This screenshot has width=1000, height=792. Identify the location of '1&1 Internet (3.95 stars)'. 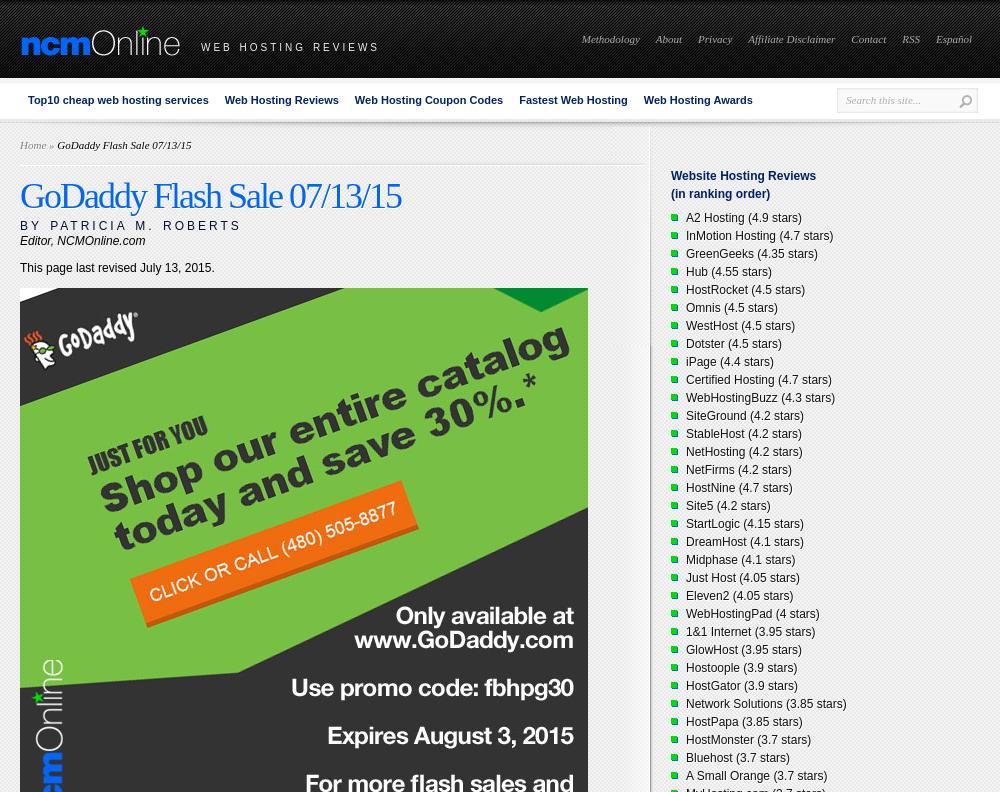
(750, 631).